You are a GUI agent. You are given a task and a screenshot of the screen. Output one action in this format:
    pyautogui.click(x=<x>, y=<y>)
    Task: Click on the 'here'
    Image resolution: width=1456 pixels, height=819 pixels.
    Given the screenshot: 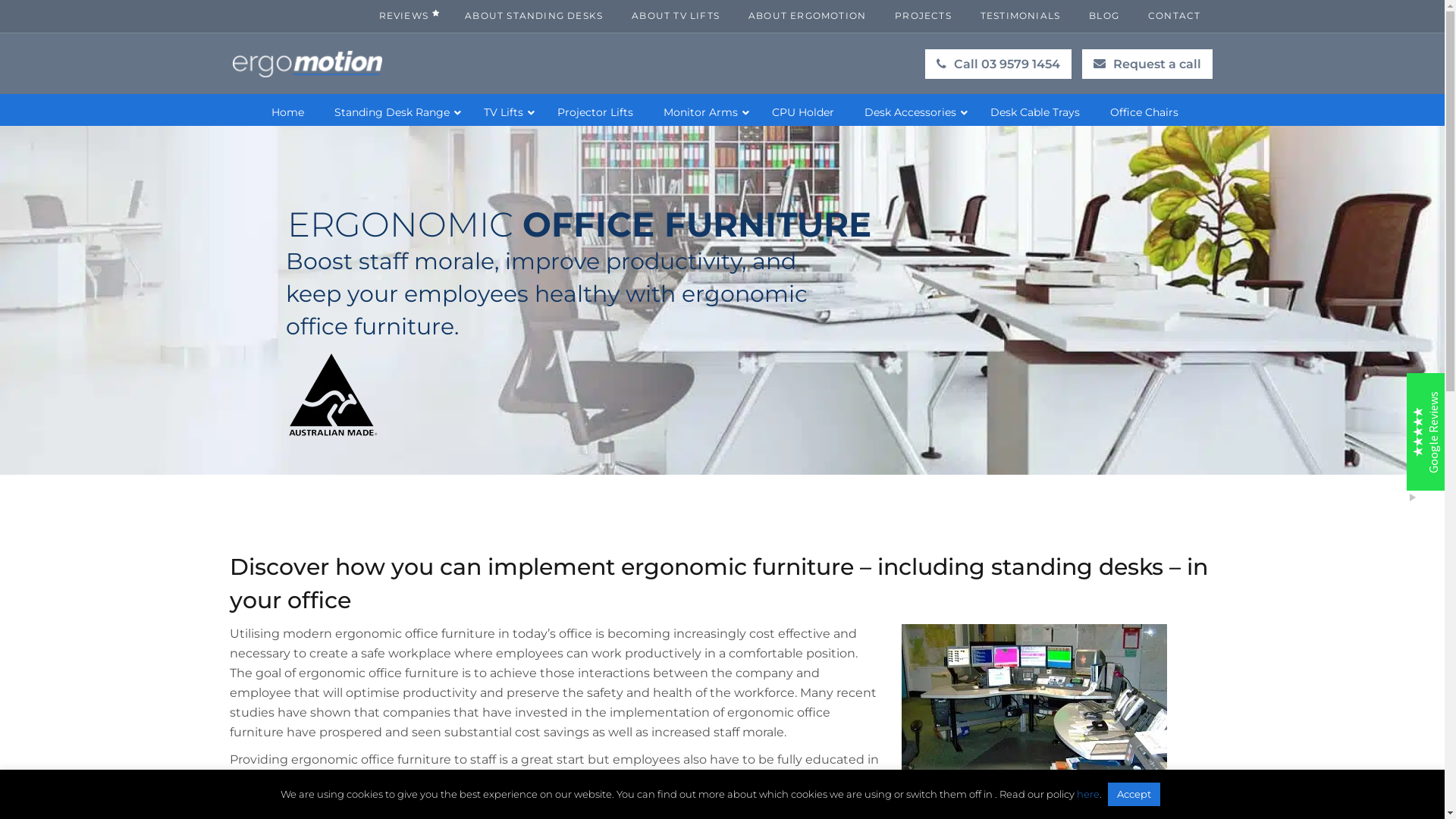 What is the action you would take?
    pyautogui.click(x=1087, y=792)
    